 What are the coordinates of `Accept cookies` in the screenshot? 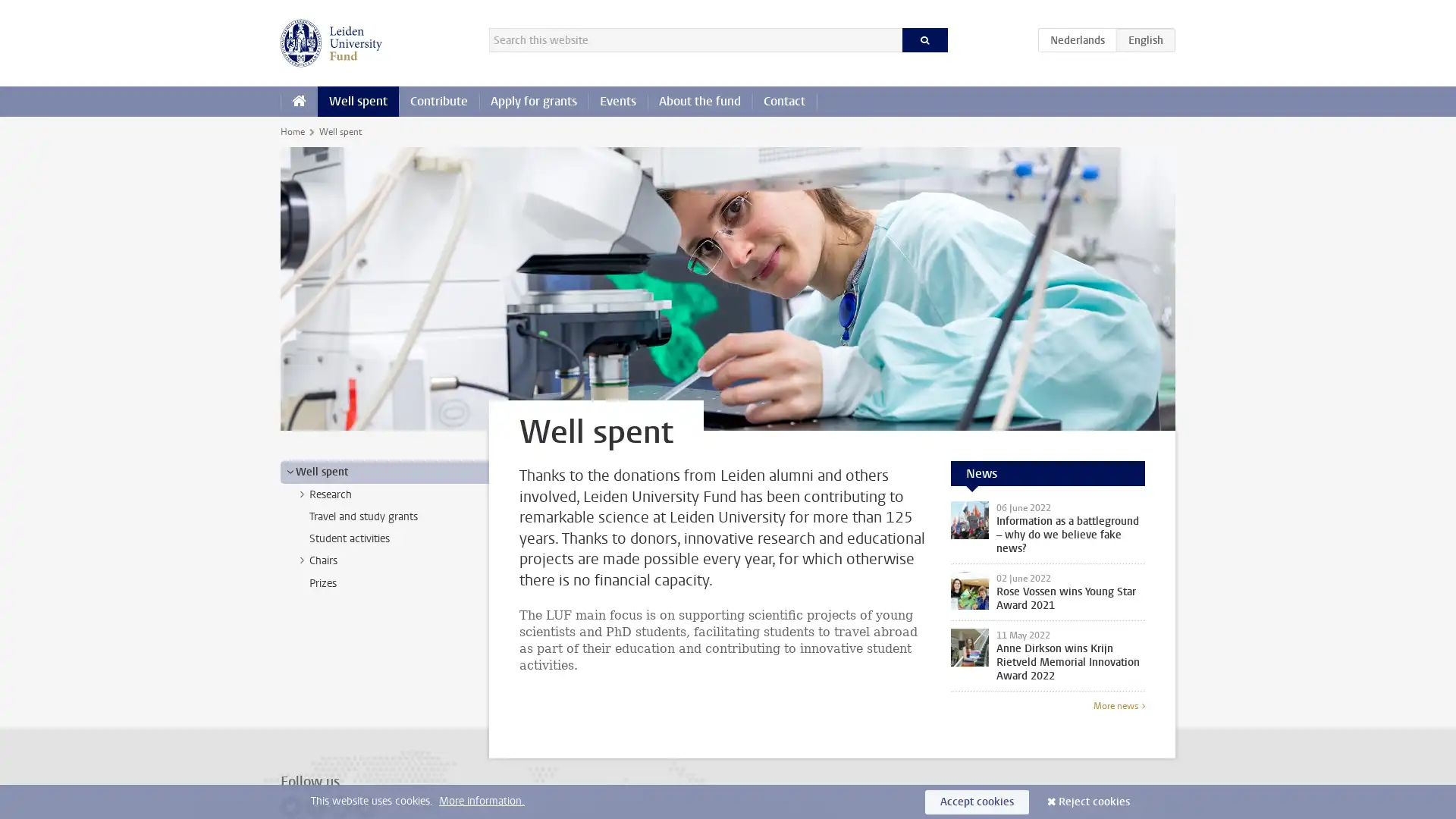 It's located at (977, 801).